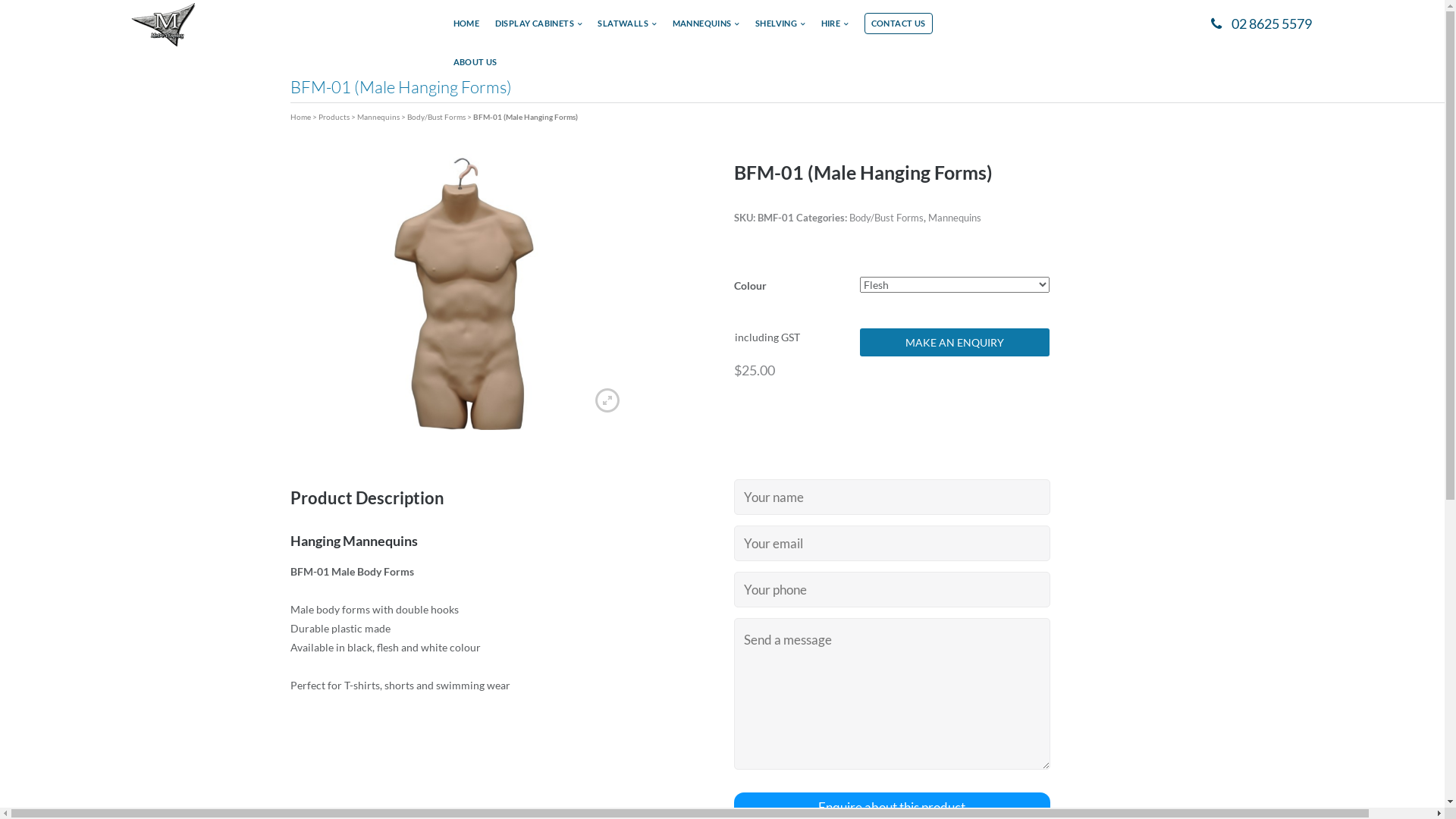  Describe the element at coordinates (780, 28) in the screenshot. I see `'SHELVING'` at that location.